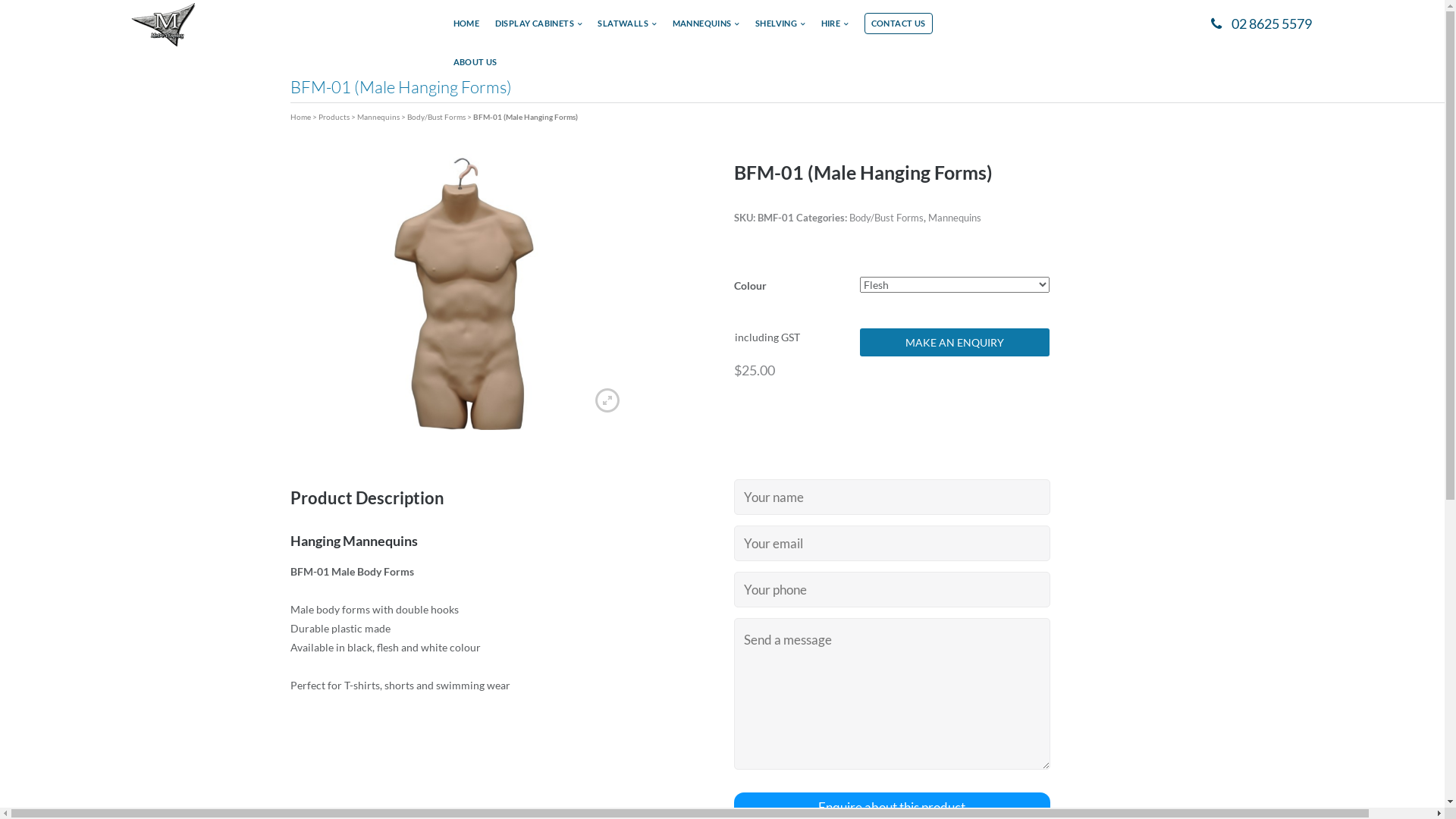  Describe the element at coordinates (780, 28) in the screenshot. I see `'SHELVING'` at that location.